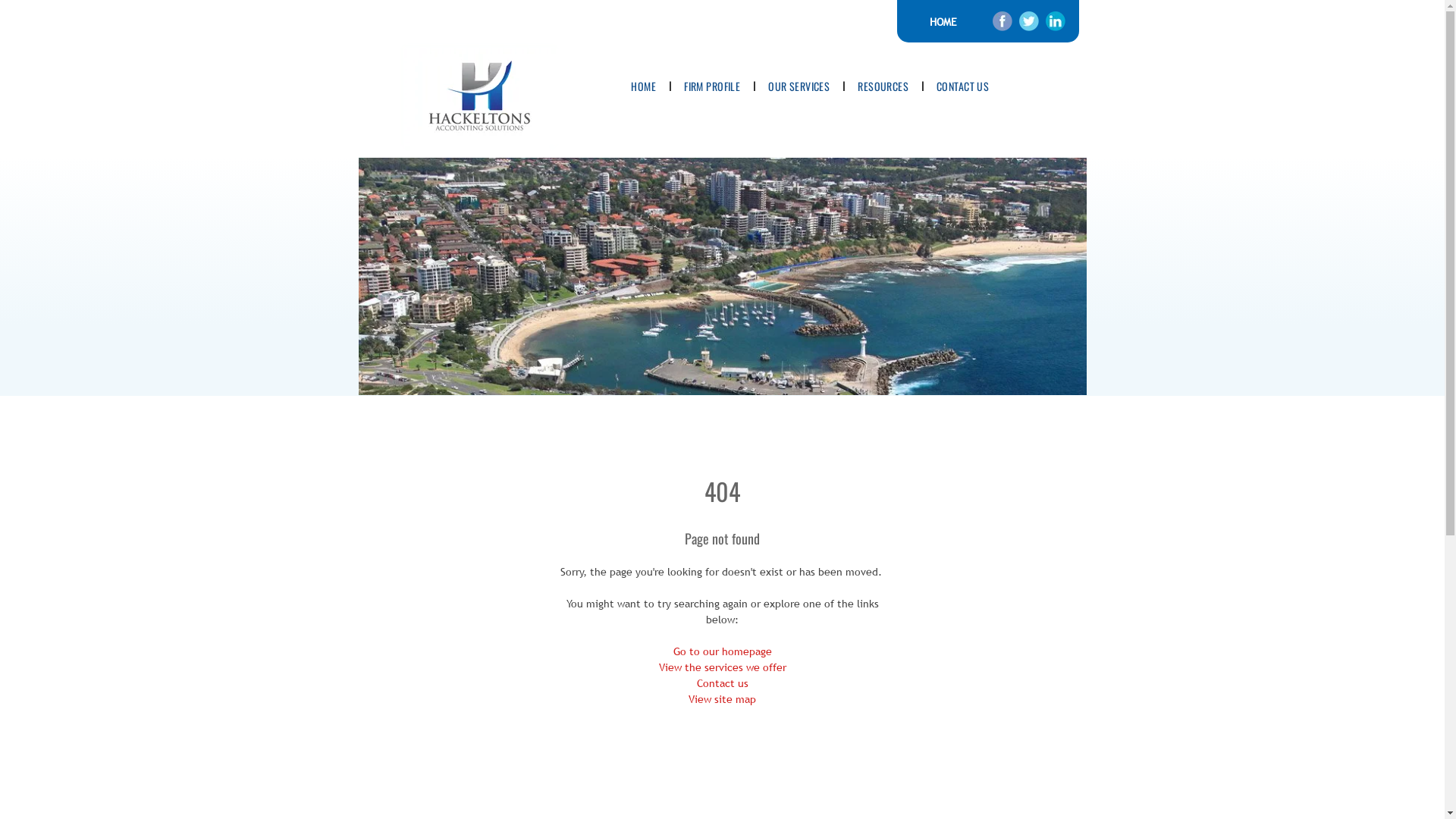 The width and height of the screenshot is (1456, 819). I want to click on 'CONTACT US', so click(962, 86).